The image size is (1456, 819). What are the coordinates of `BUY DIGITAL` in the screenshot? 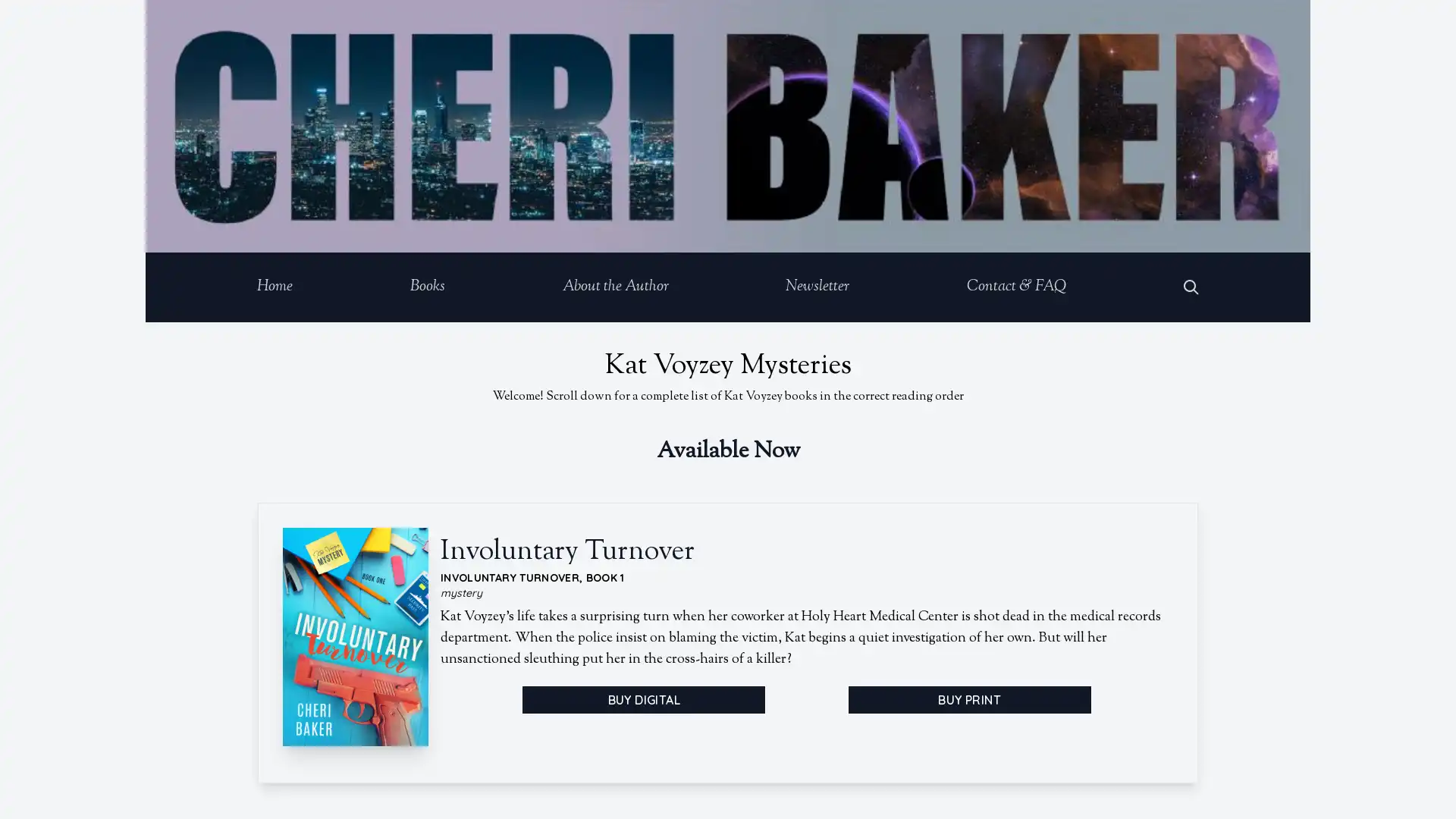 It's located at (644, 698).